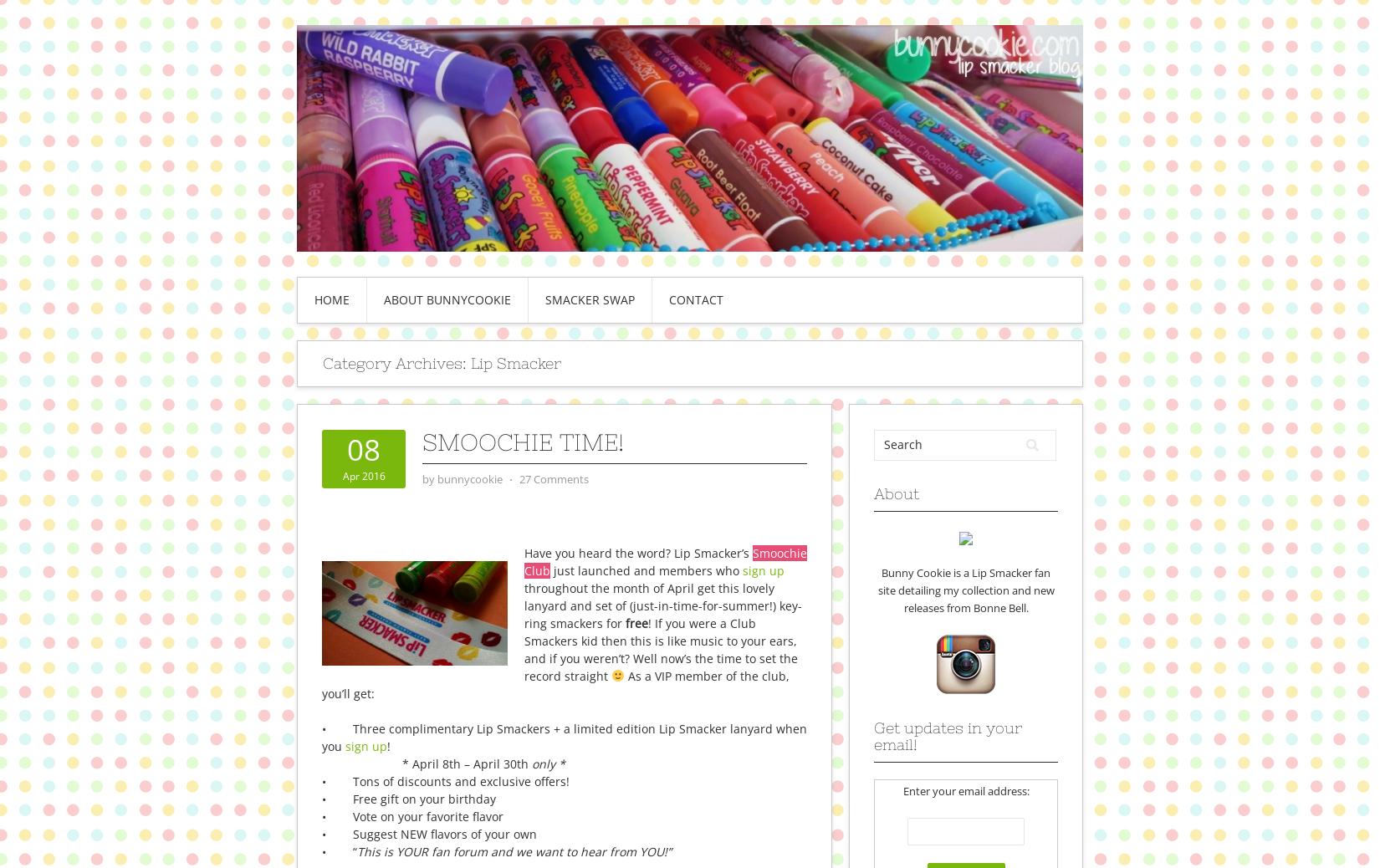 Image resolution: width=1380 pixels, height=868 pixels. I want to click on '*', so click(366, 763).